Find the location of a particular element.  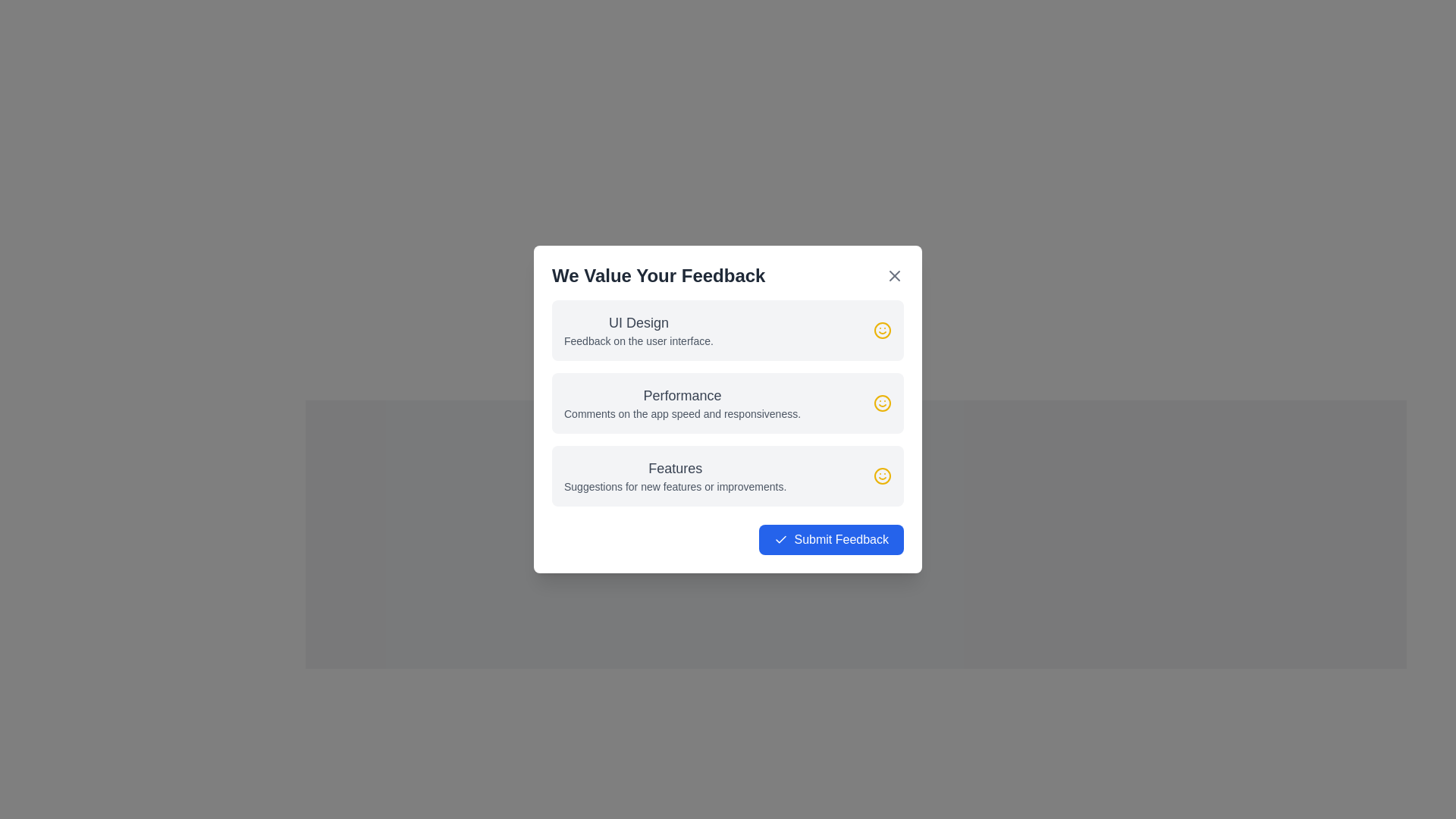

the feedback submission button located at the bottom of the 'We Value Your Feedback' modal dialog to observe the hover animation is located at coordinates (728, 539).